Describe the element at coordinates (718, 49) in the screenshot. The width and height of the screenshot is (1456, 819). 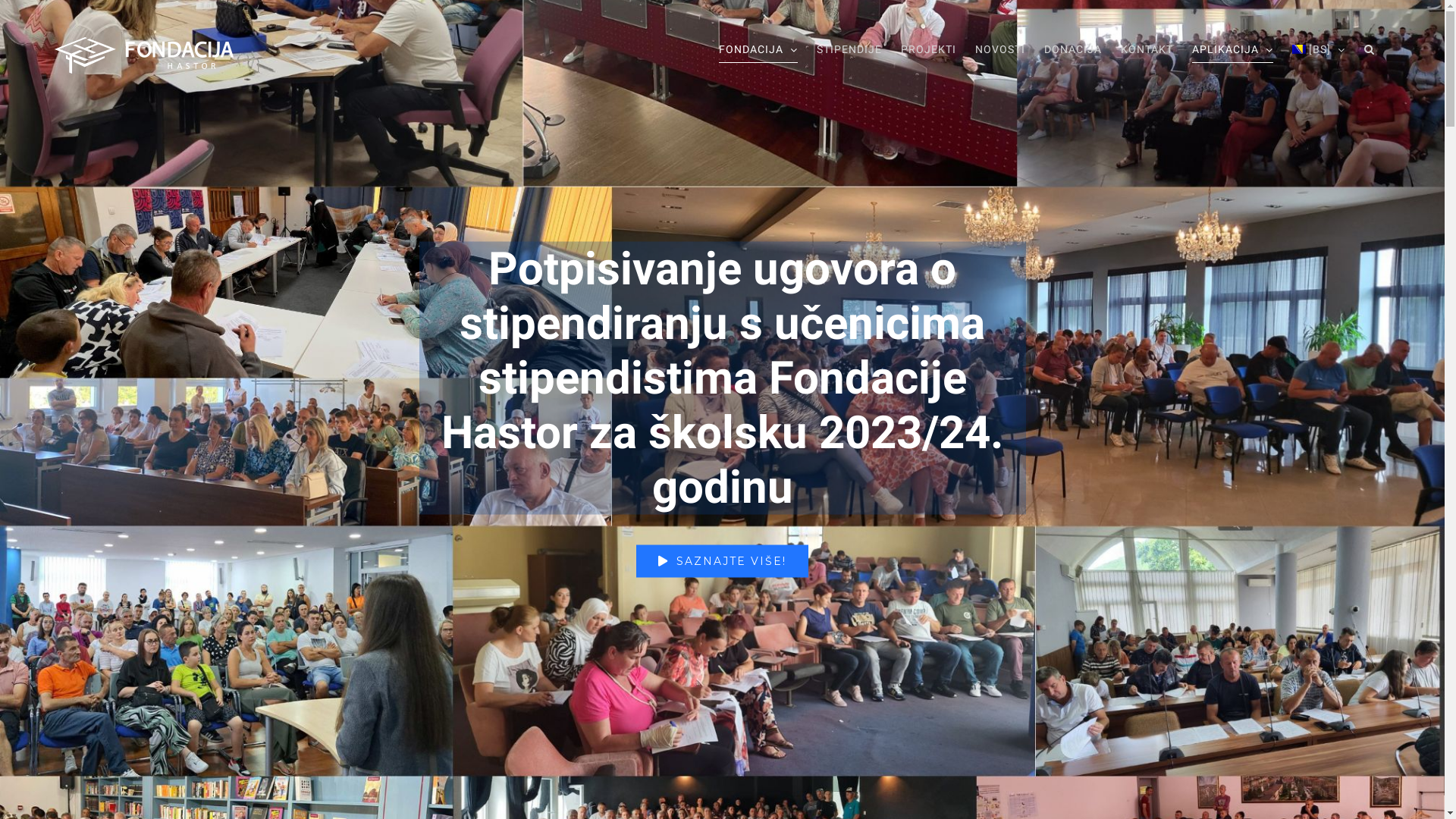
I see `'FONDACIJA'` at that location.